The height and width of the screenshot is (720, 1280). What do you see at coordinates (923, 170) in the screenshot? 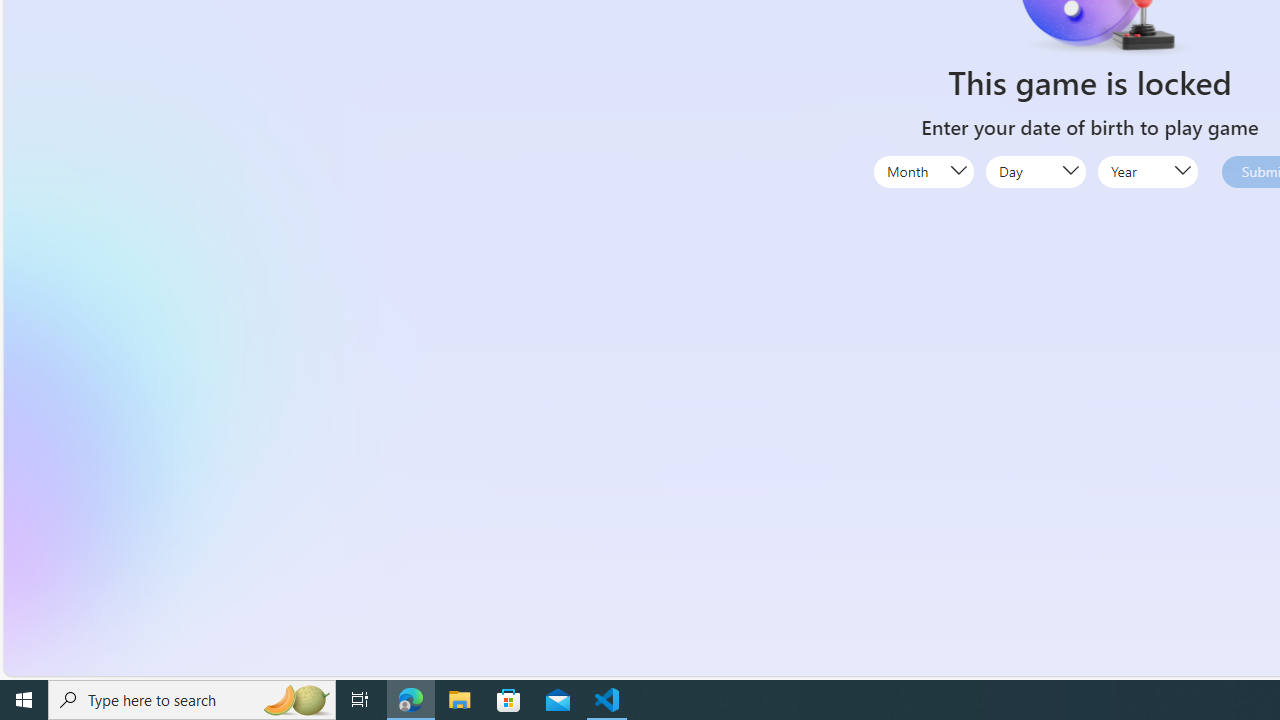
I see `'Month'` at bounding box center [923, 170].